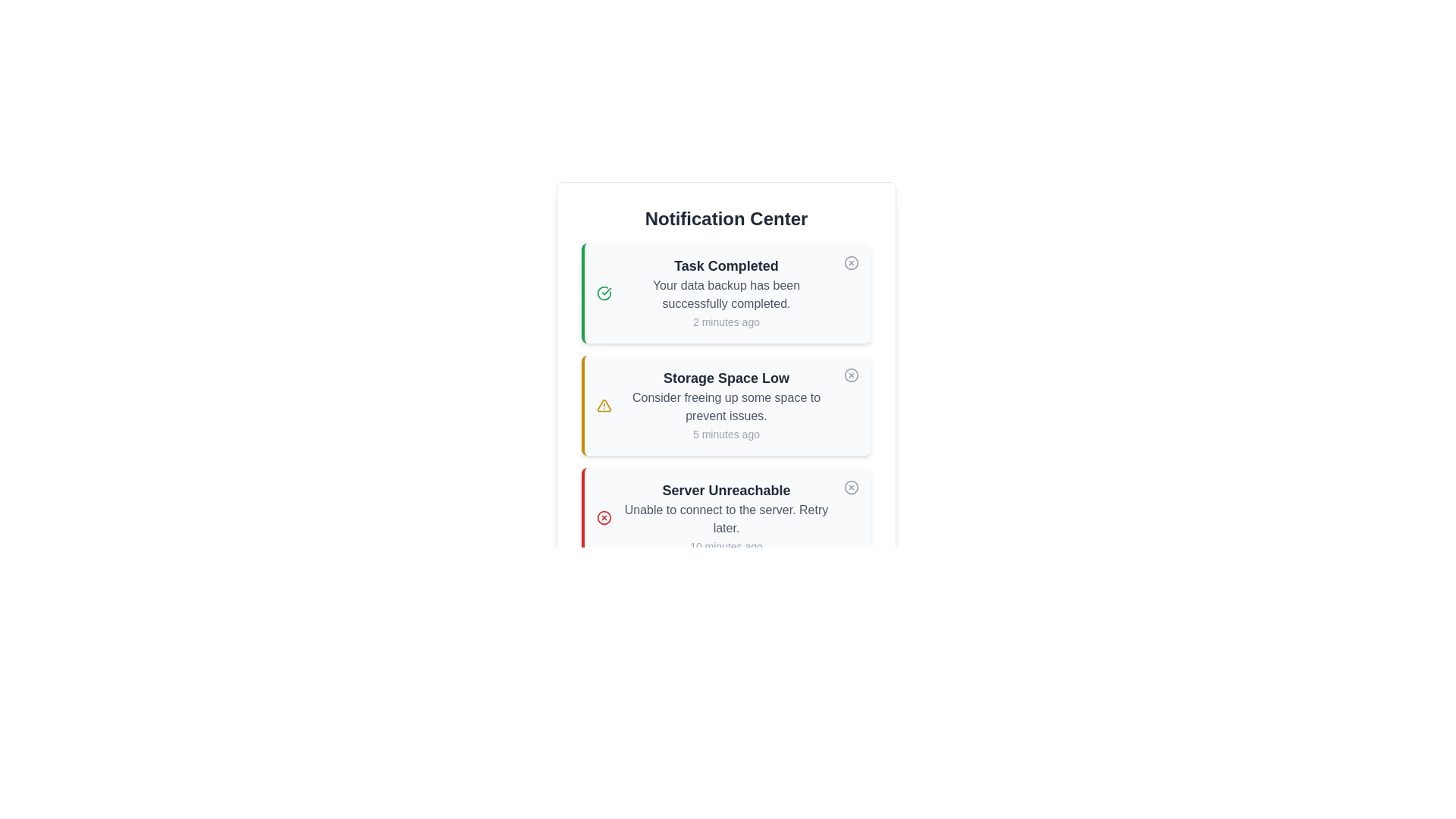  I want to click on the text label displaying 'Task Completed' which is prominently featured in a bold, large font style within the notification card, so click(726, 265).